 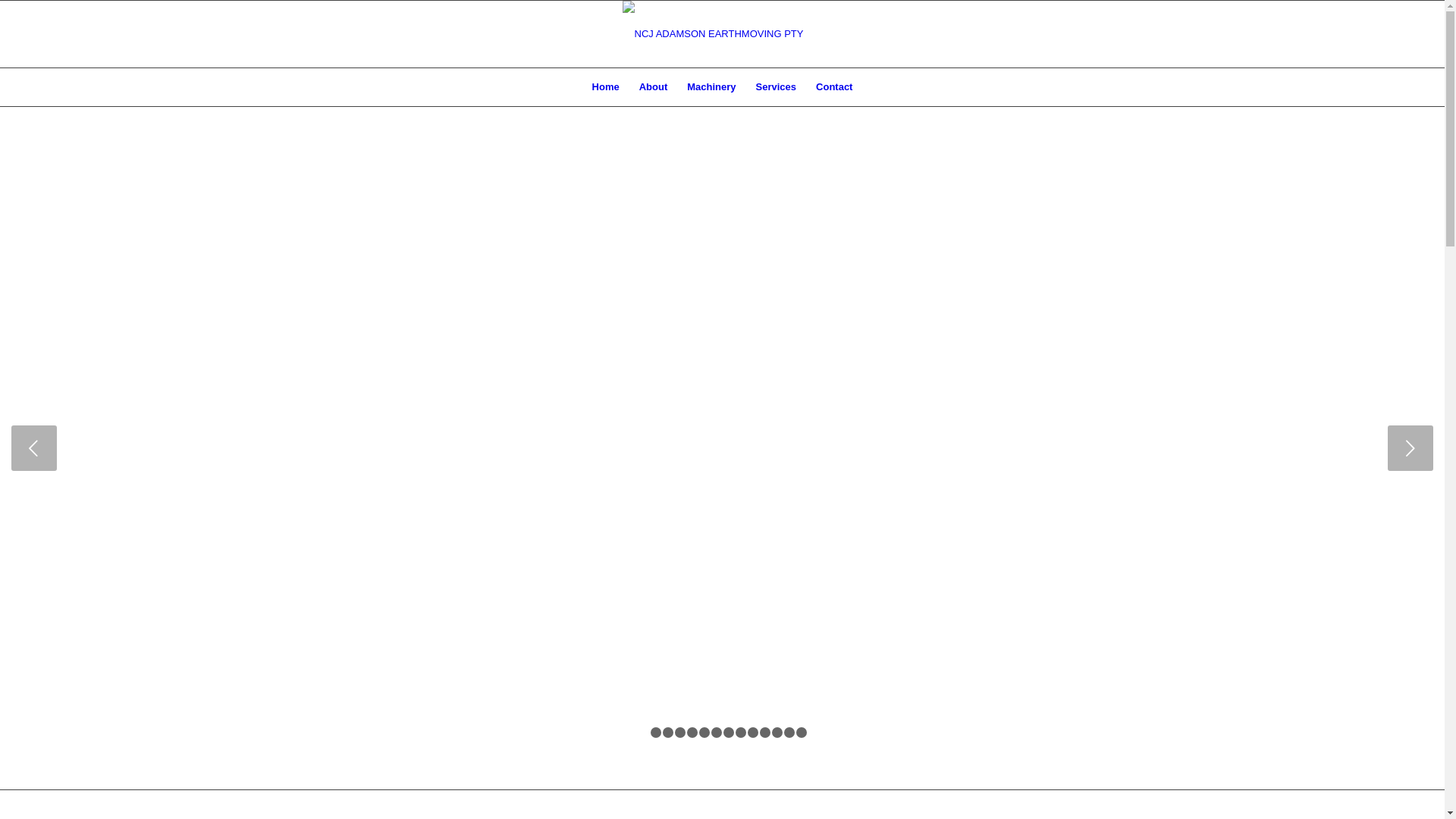 What do you see at coordinates (1387, 447) in the screenshot?
I see `'Next'` at bounding box center [1387, 447].